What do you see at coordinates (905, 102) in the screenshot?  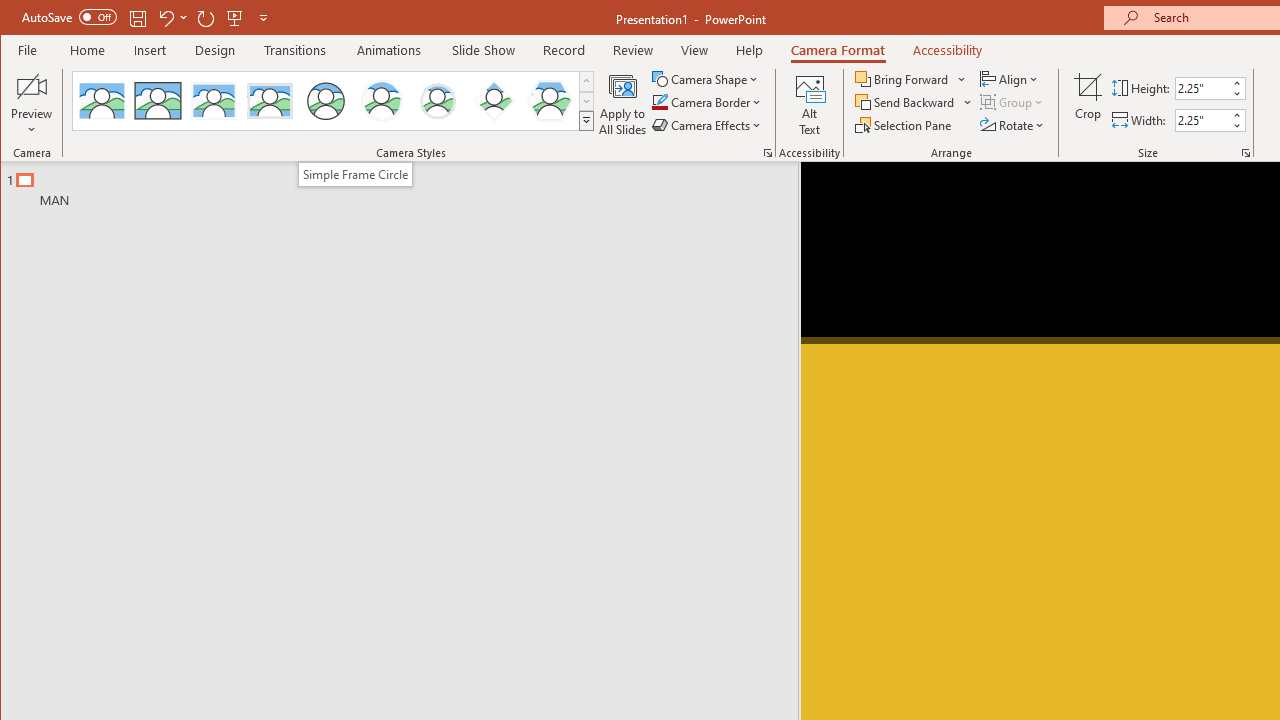 I see `'Send Backward'` at bounding box center [905, 102].